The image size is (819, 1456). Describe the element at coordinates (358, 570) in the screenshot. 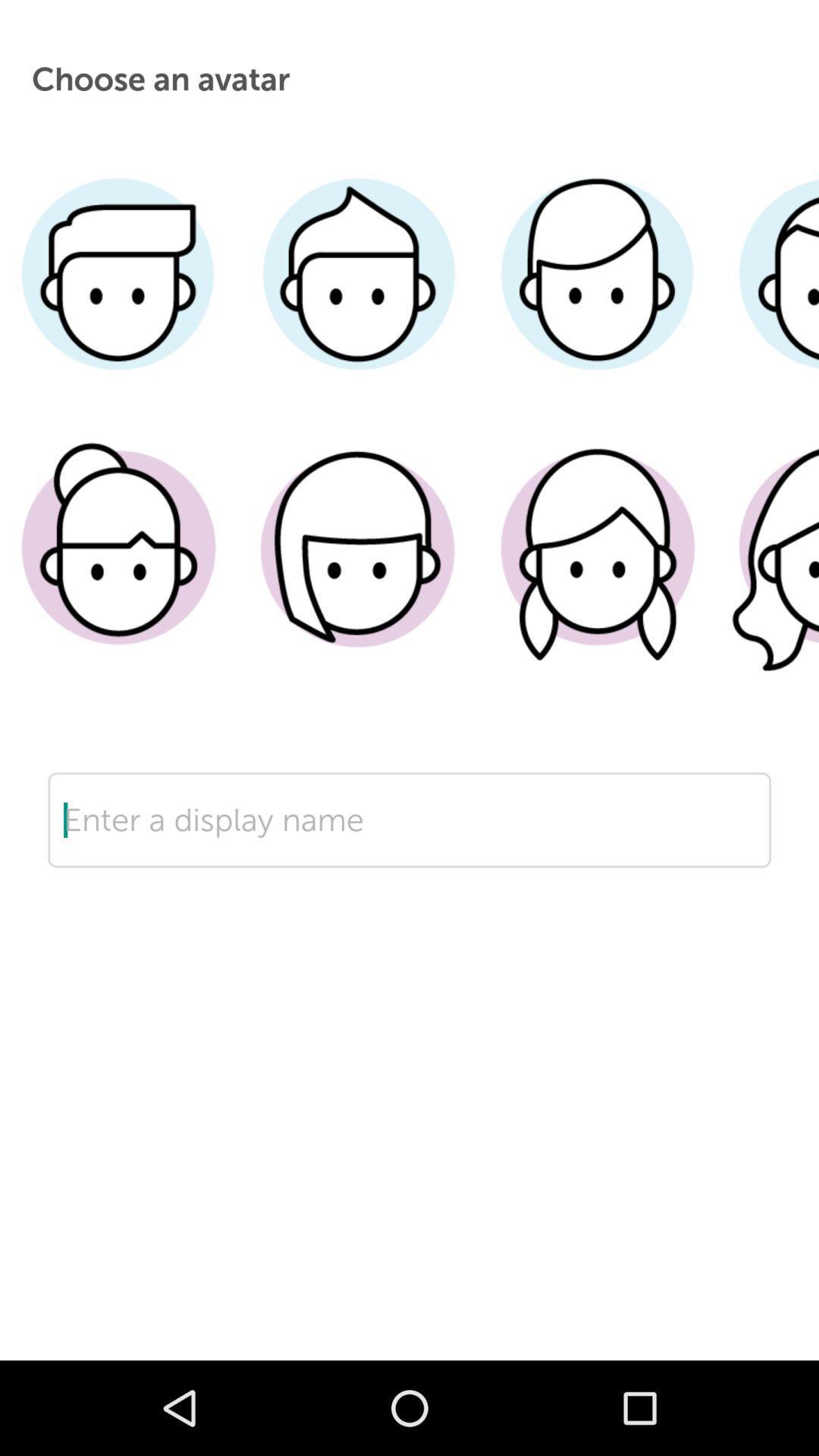

I see `pick avatar` at that location.